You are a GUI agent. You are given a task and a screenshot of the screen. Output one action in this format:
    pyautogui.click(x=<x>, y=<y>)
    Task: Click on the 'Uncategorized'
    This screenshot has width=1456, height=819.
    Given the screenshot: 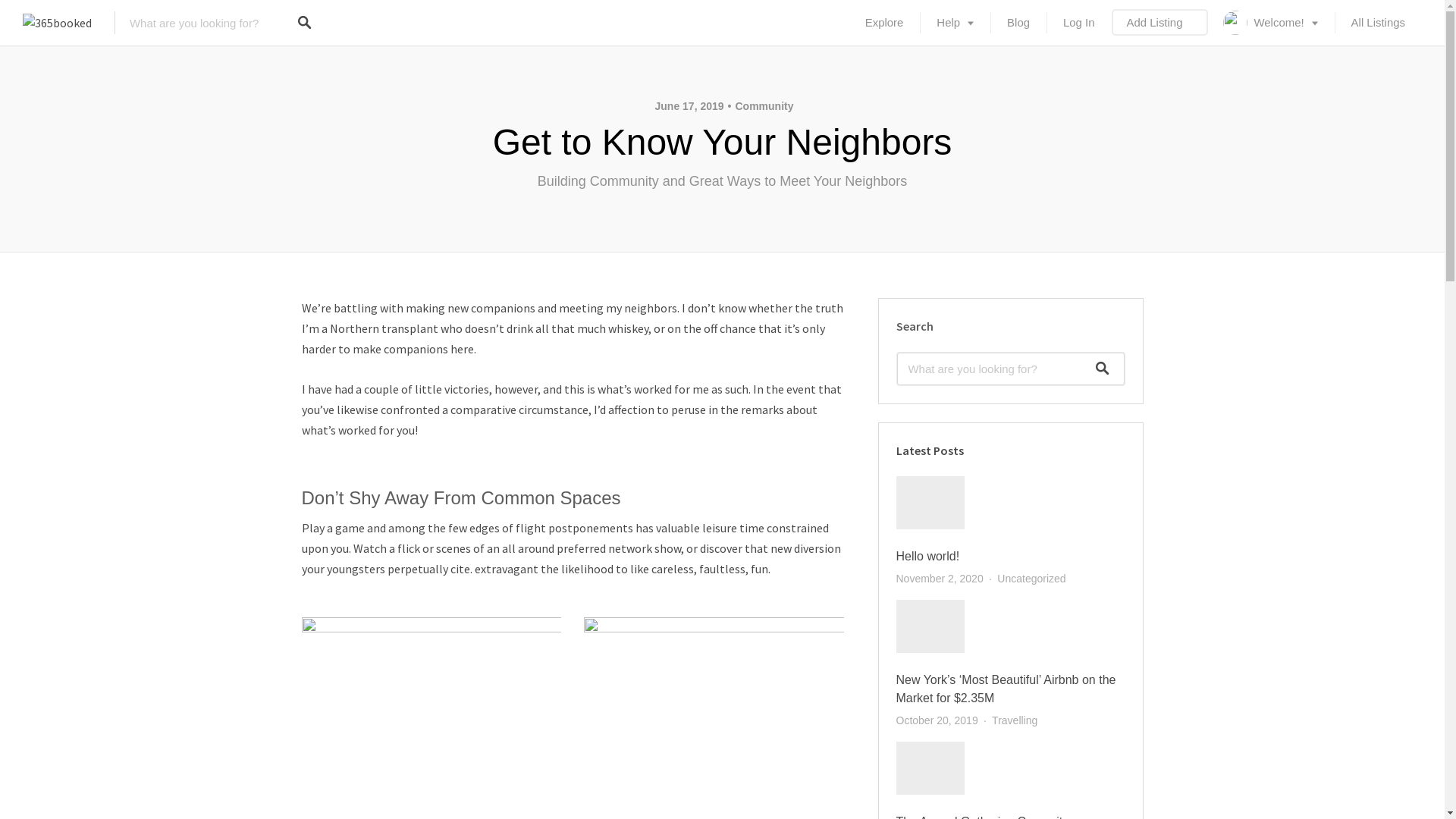 What is the action you would take?
    pyautogui.click(x=1031, y=579)
    